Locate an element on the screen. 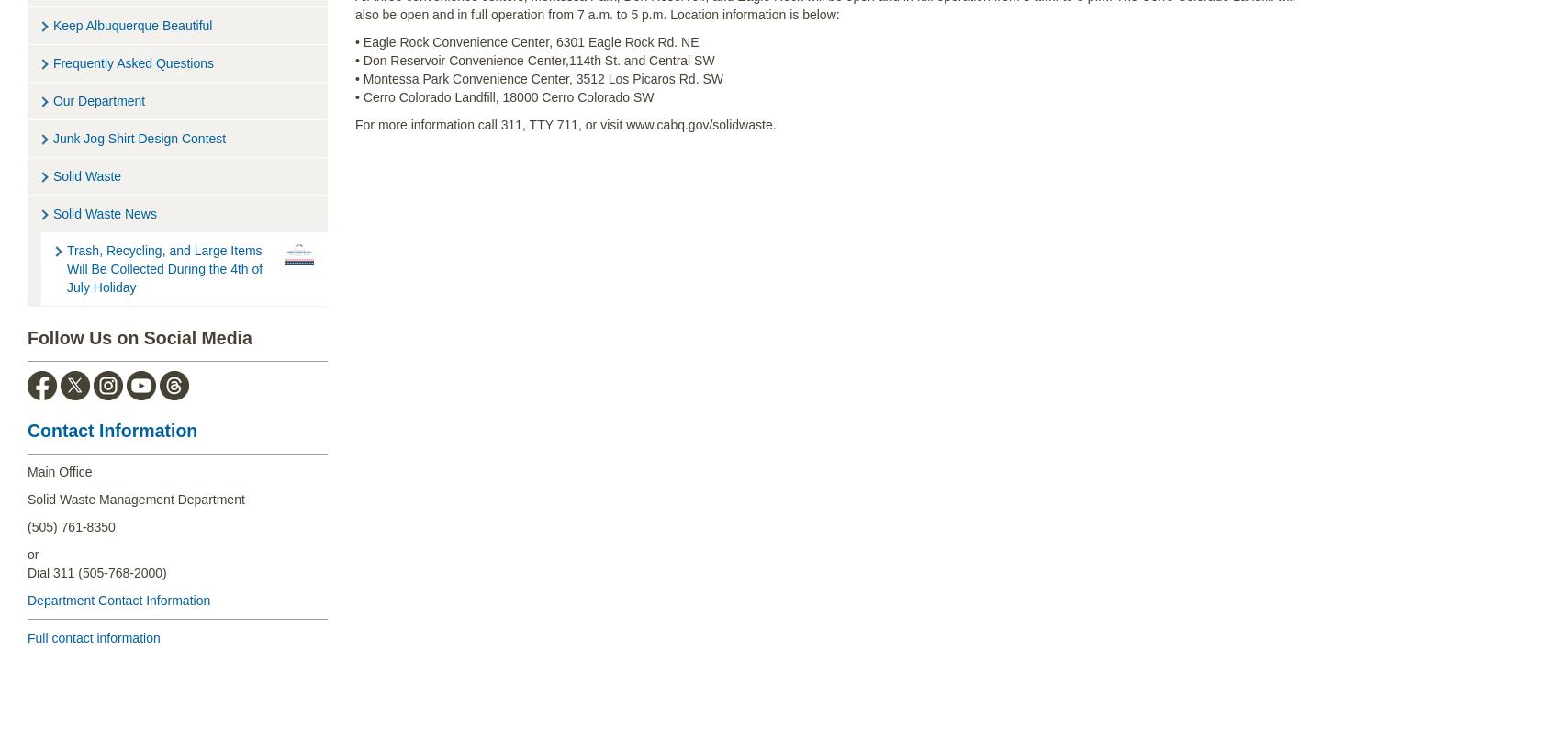  'Keep Albuquerque Beautiful' is located at coordinates (130, 23).